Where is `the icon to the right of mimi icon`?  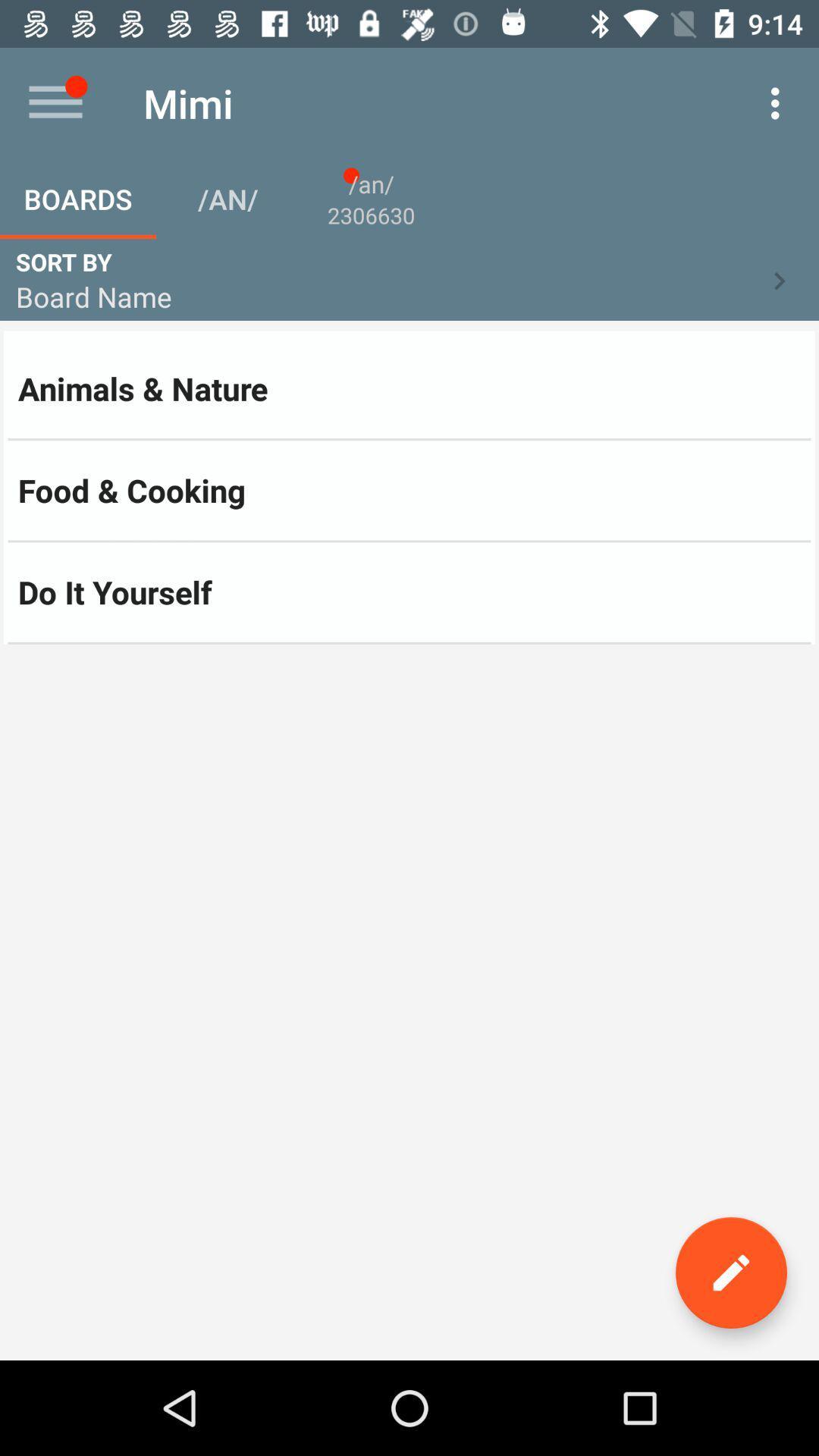
the icon to the right of mimi icon is located at coordinates (779, 102).